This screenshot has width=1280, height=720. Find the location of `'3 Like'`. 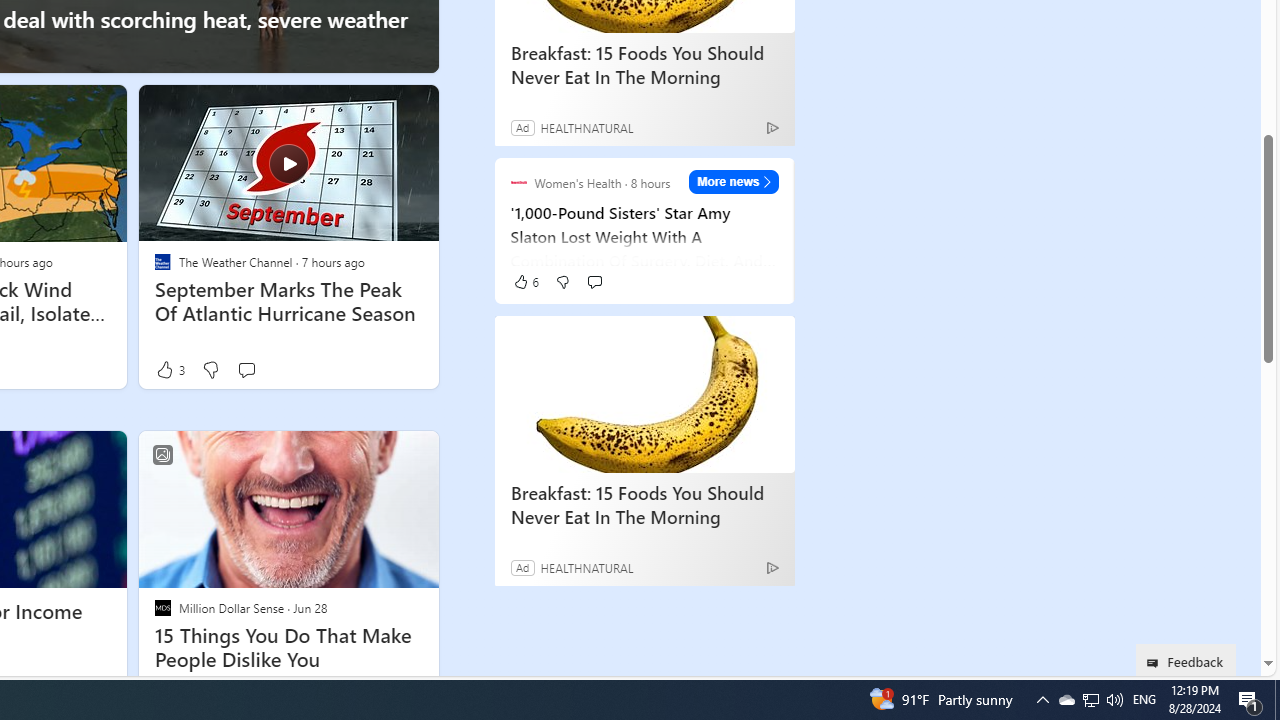

'3 Like' is located at coordinates (169, 369).